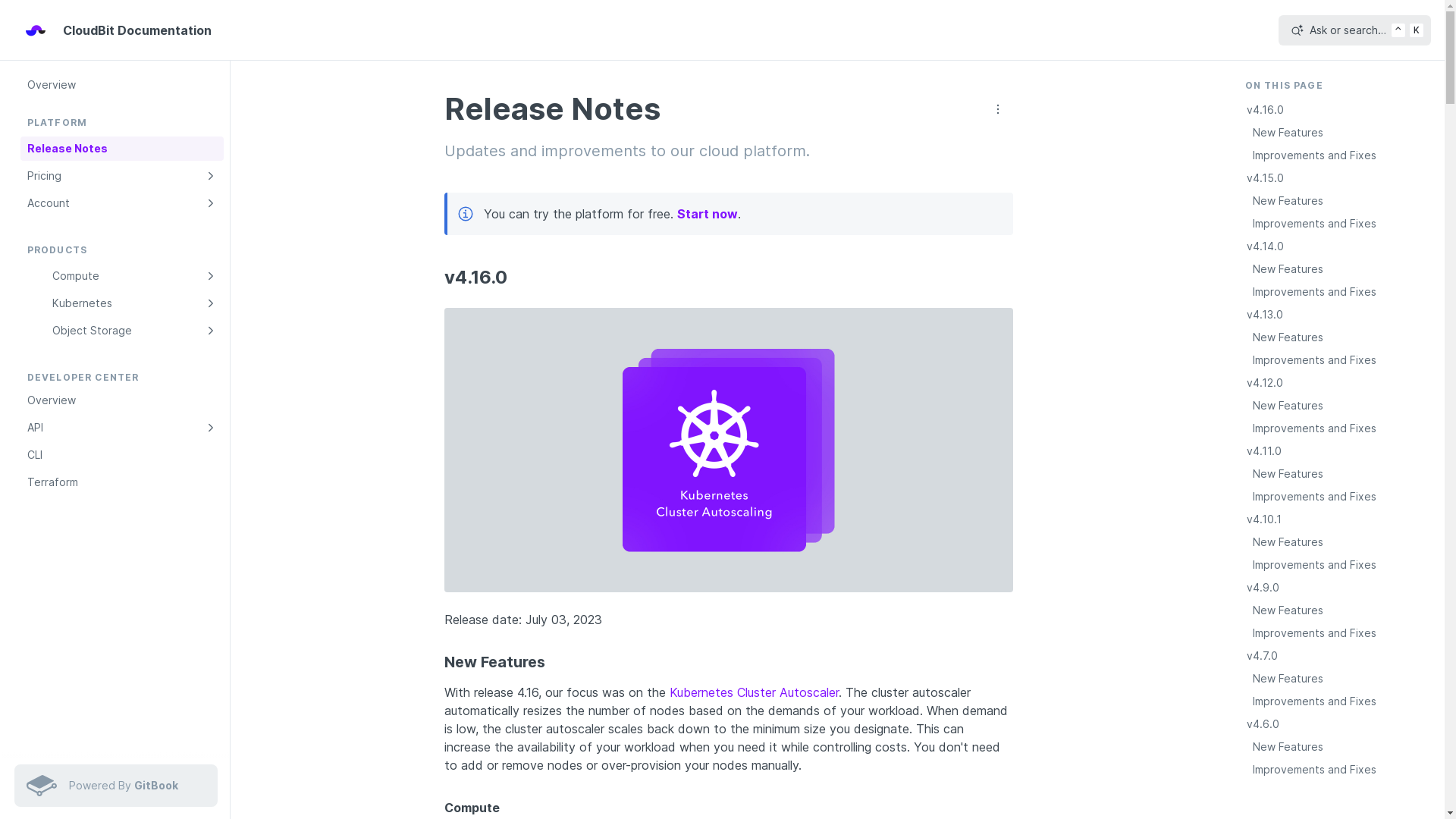 The image size is (1456, 819). Describe the element at coordinates (118, 30) in the screenshot. I see `'CloudBit Documentation'` at that location.